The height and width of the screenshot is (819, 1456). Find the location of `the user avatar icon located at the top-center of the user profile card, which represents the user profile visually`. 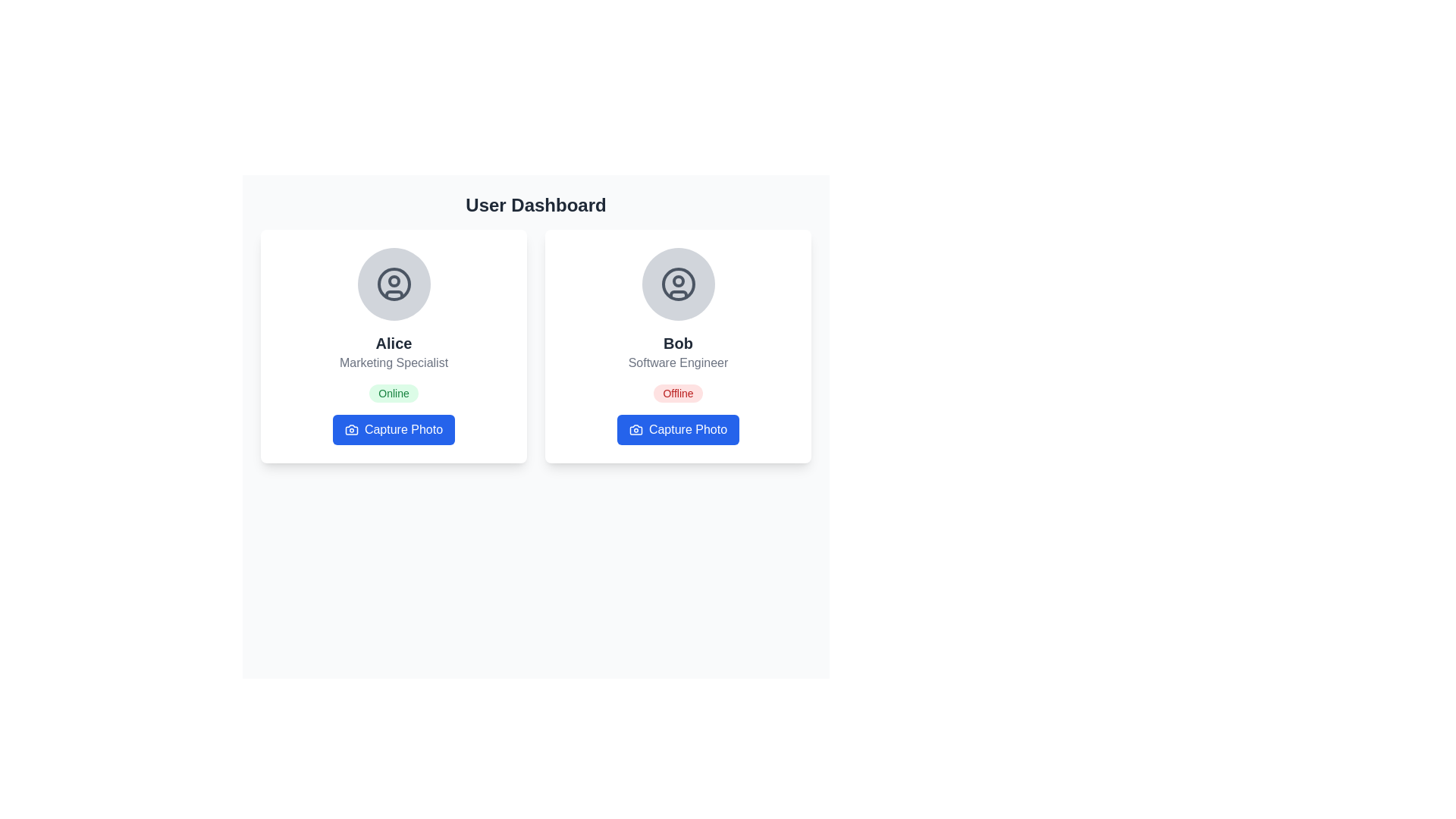

the user avatar icon located at the top-center of the user profile card, which represents the user profile visually is located at coordinates (394, 284).